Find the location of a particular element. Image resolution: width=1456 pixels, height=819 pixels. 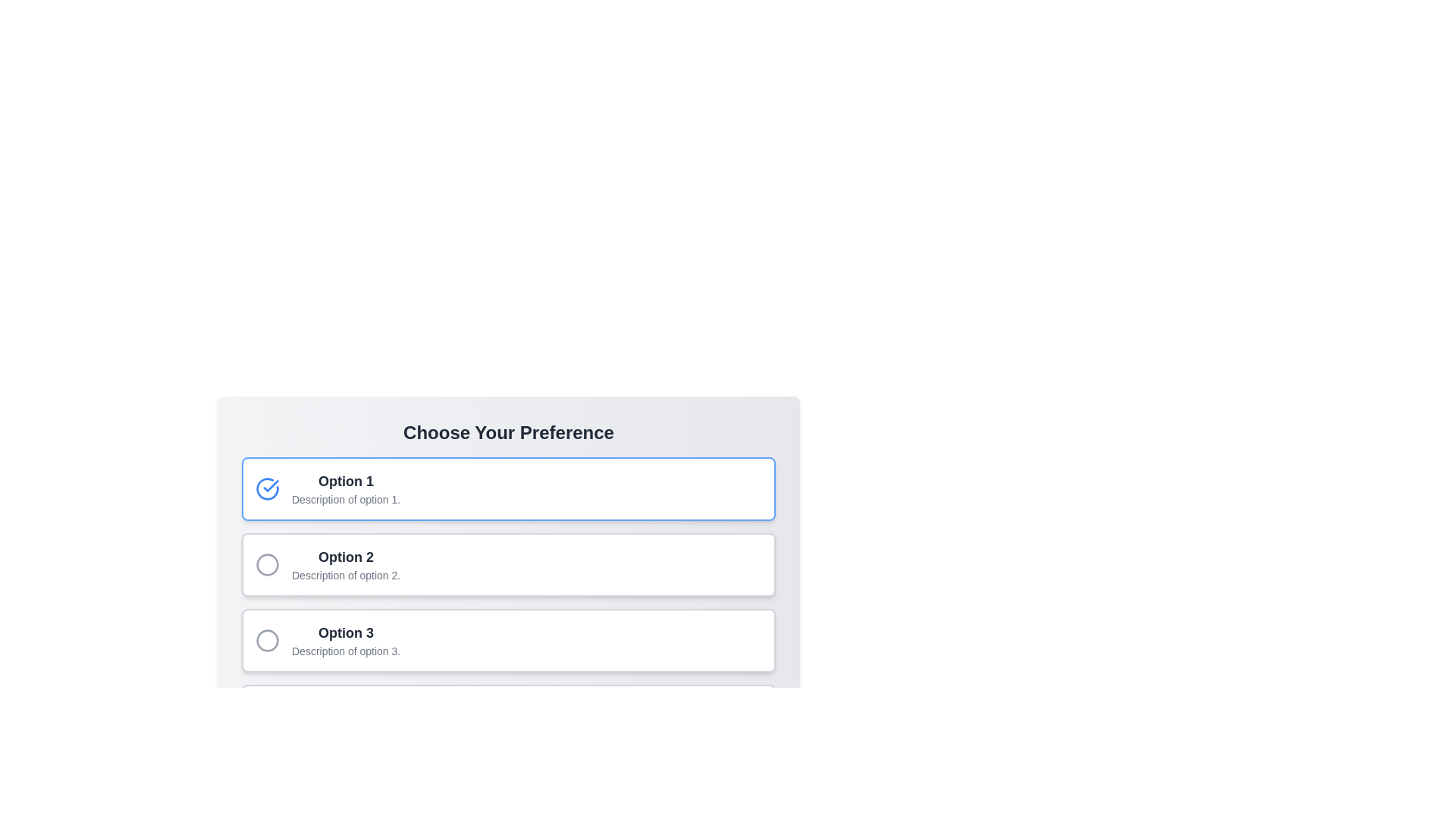

the radio button for 'Option 2' is located at coordinates (268, 564).